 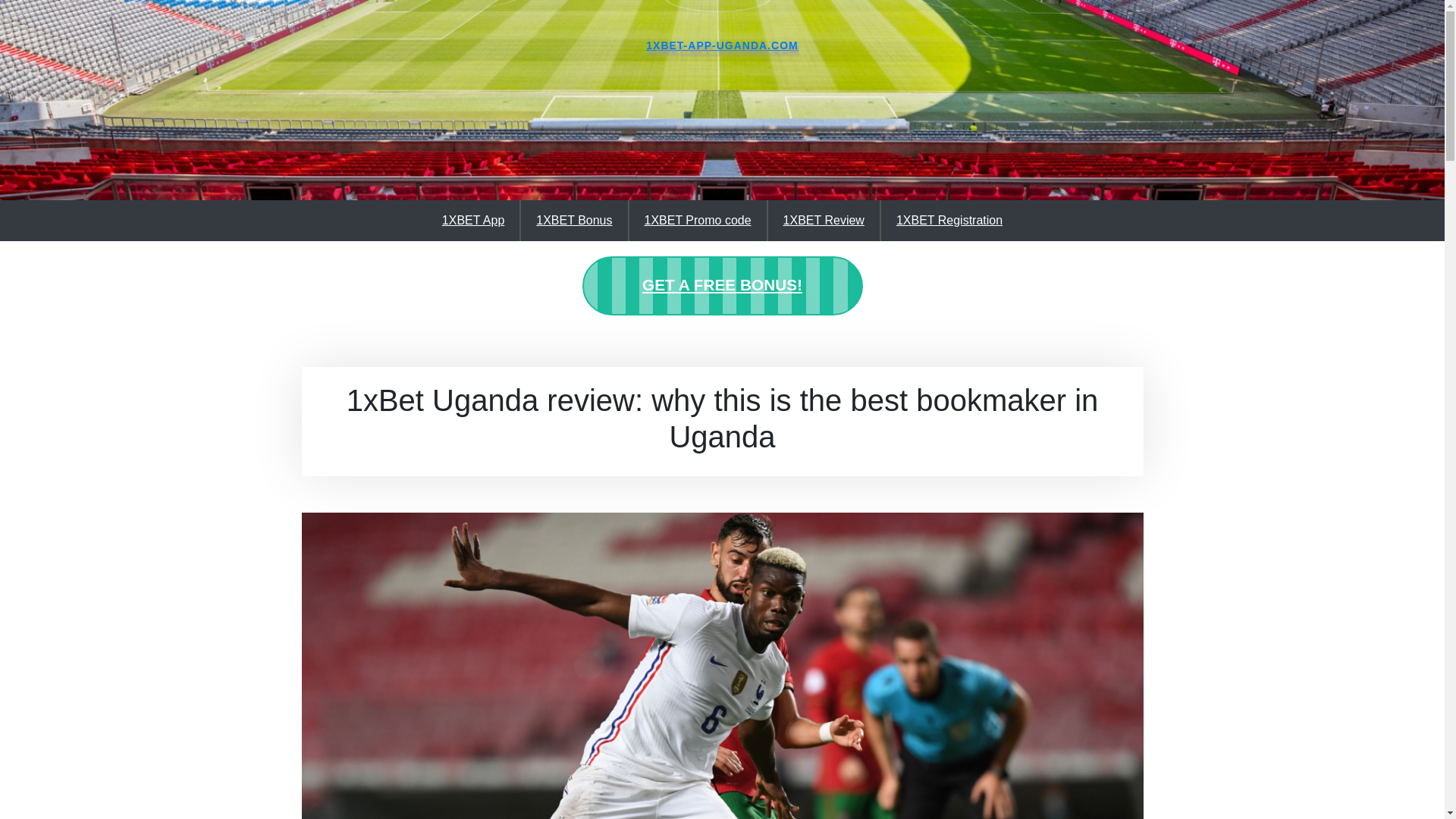 What do you see at coordinates (767, 220) in the screenshot?
I see `'1XBET Review'` at bounding box center [767, 220].